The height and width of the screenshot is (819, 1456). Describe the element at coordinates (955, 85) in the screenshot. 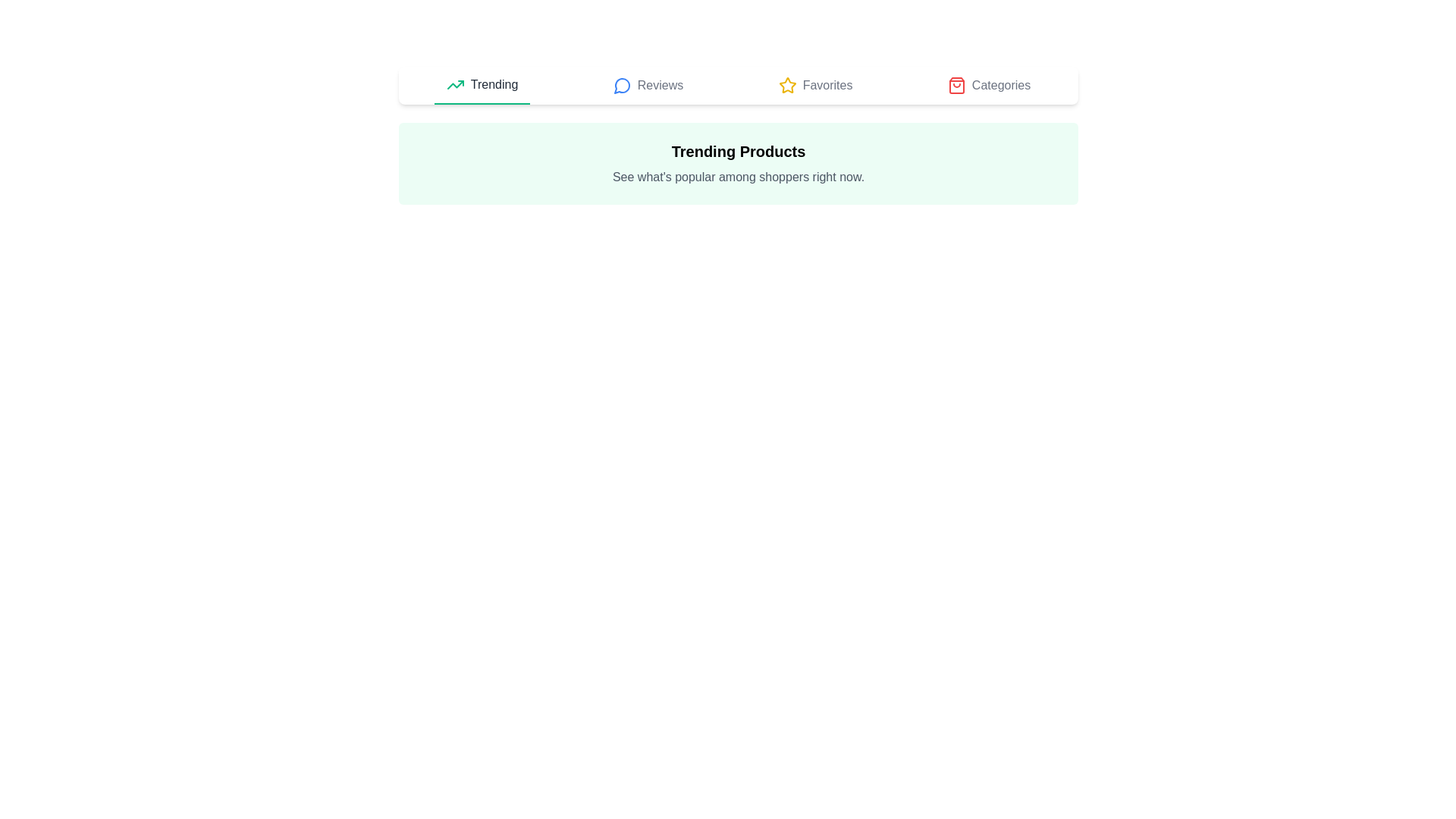

I see `the shopping bag icon located in the header menu section, positioned as the rightmost icon among four options, using accessible navigation tools` at that location.